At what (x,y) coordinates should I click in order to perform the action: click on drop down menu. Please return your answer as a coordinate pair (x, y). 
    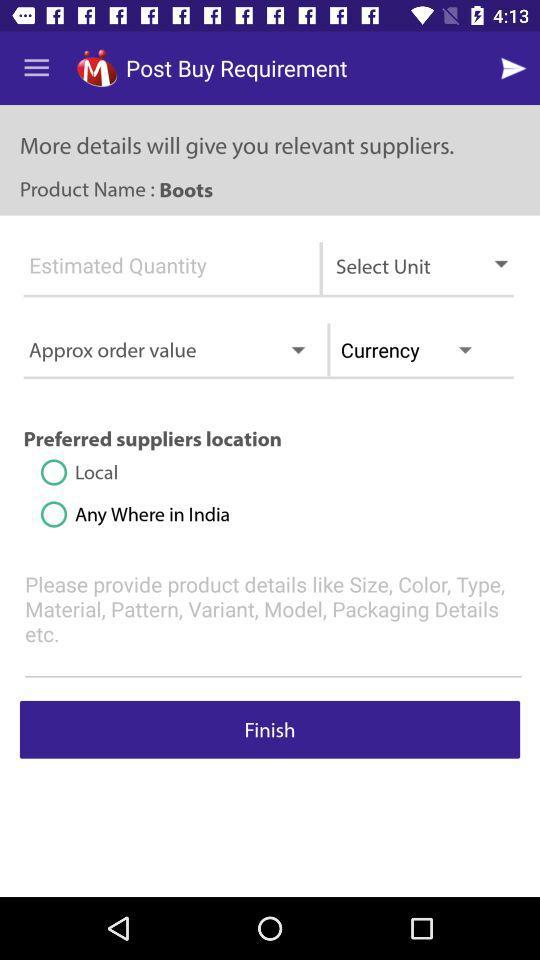
    Looking at the image, I should click on (158, 273).